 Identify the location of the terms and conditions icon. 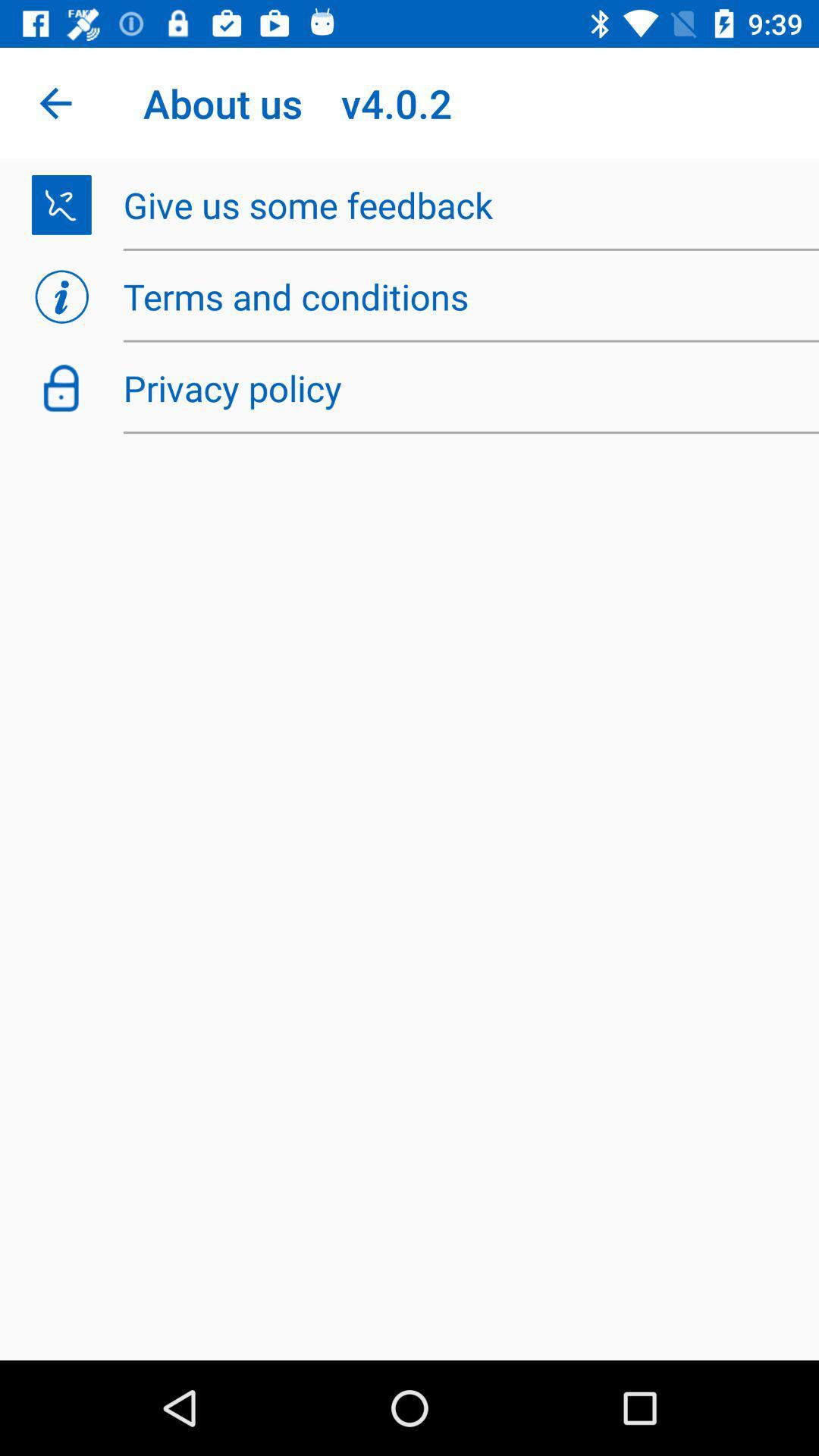
(462, 297).